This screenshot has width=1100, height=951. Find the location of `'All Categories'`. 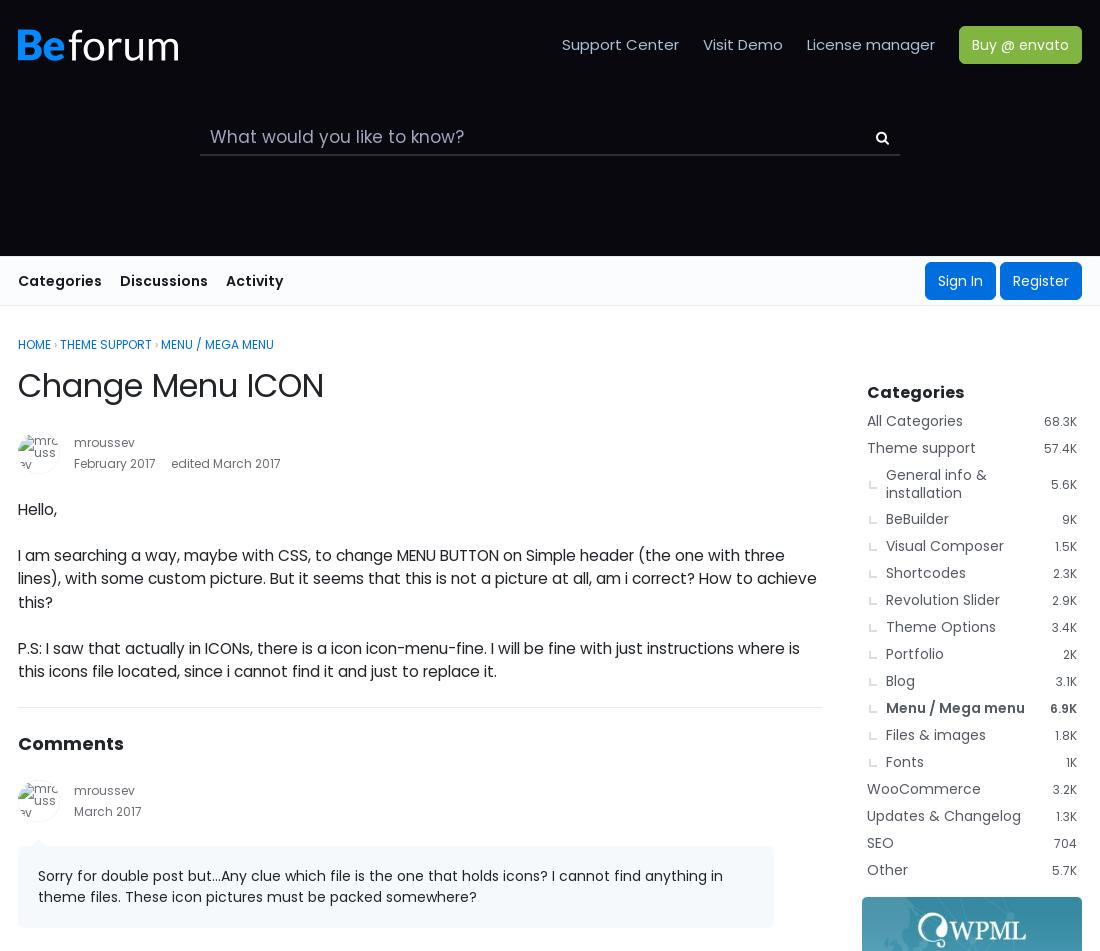

'All Categories' is located at coordinates (914, 421).